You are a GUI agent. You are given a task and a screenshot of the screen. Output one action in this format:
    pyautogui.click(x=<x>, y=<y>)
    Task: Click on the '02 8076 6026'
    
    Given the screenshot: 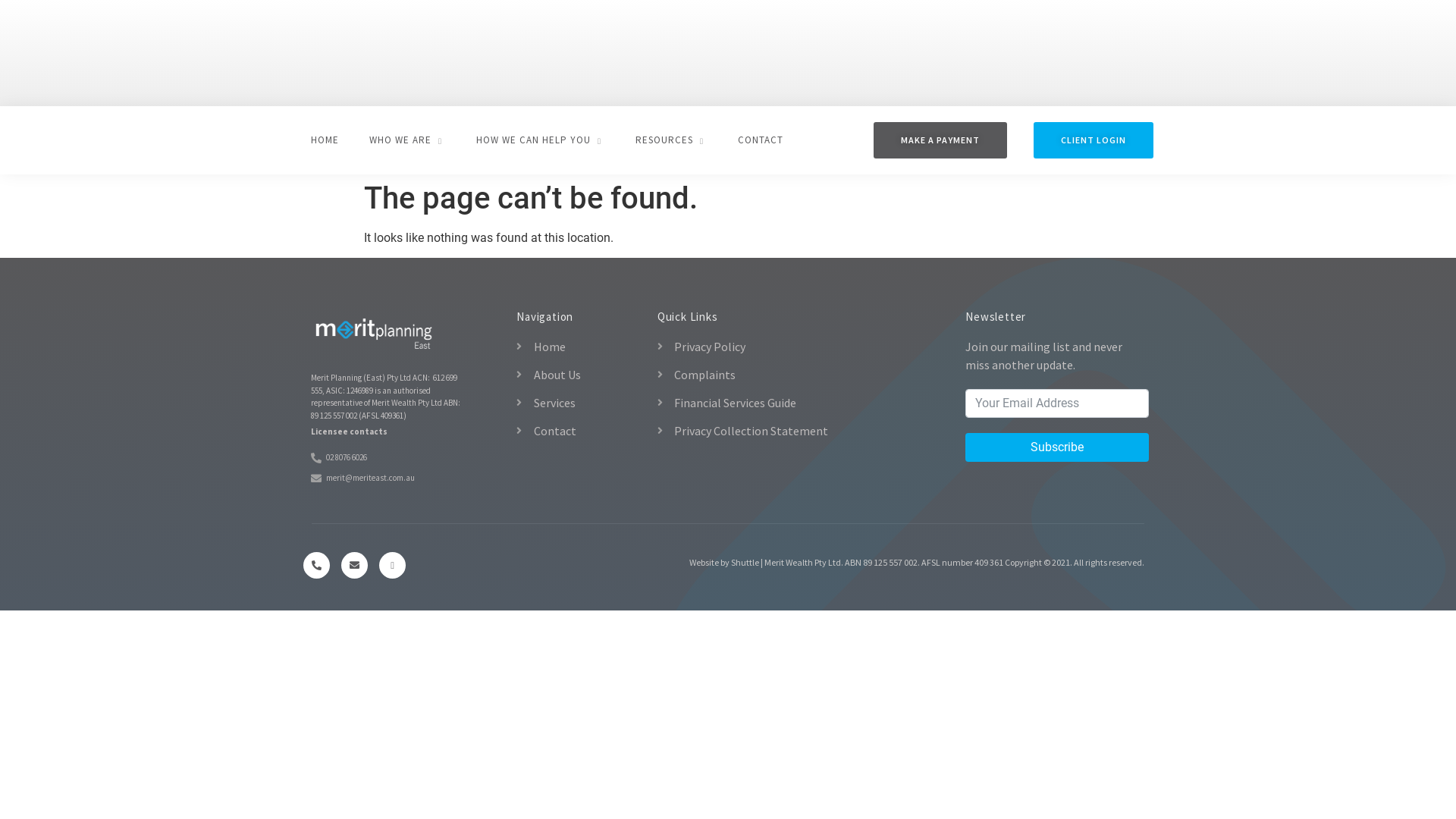 What is the action you would take?
    pyautogui.click(x=394, y=457)
    